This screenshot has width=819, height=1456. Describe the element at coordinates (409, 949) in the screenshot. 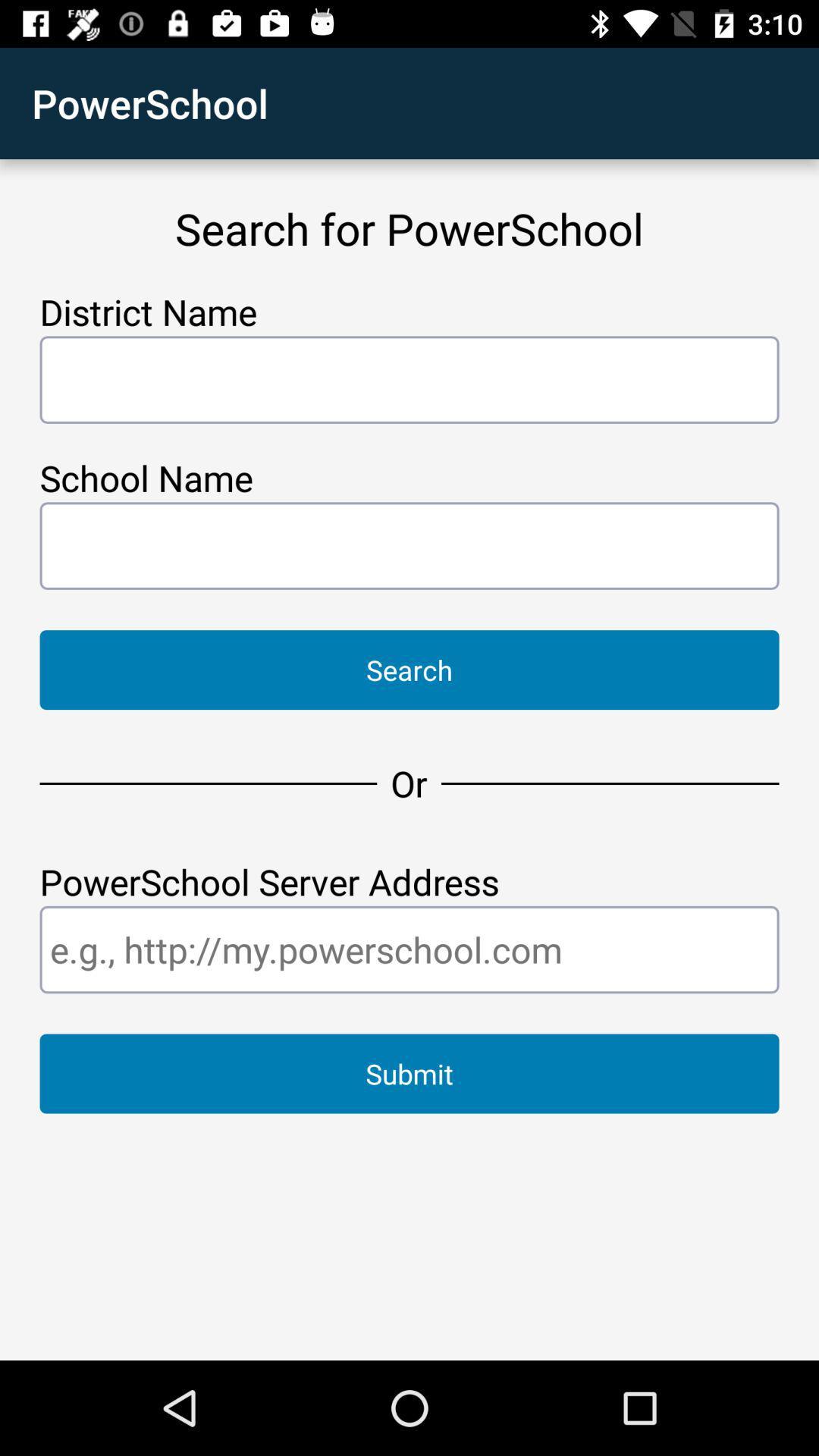

I see `type website address` at that location.